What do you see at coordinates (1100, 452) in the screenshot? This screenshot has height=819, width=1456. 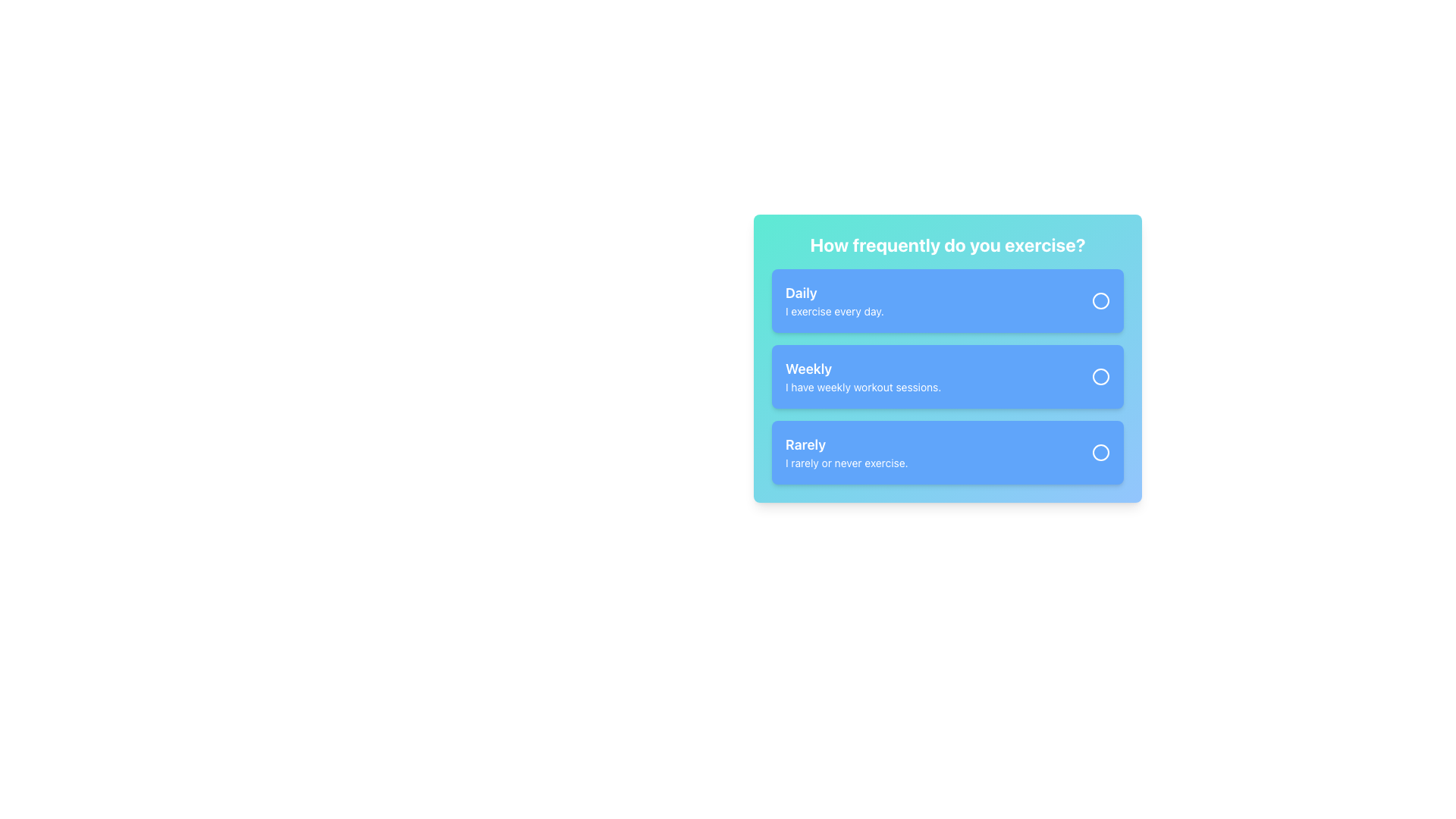 I see `the radio button representing the 'Rarely' option in the questionnaire` at bounding box center [1100, 452].